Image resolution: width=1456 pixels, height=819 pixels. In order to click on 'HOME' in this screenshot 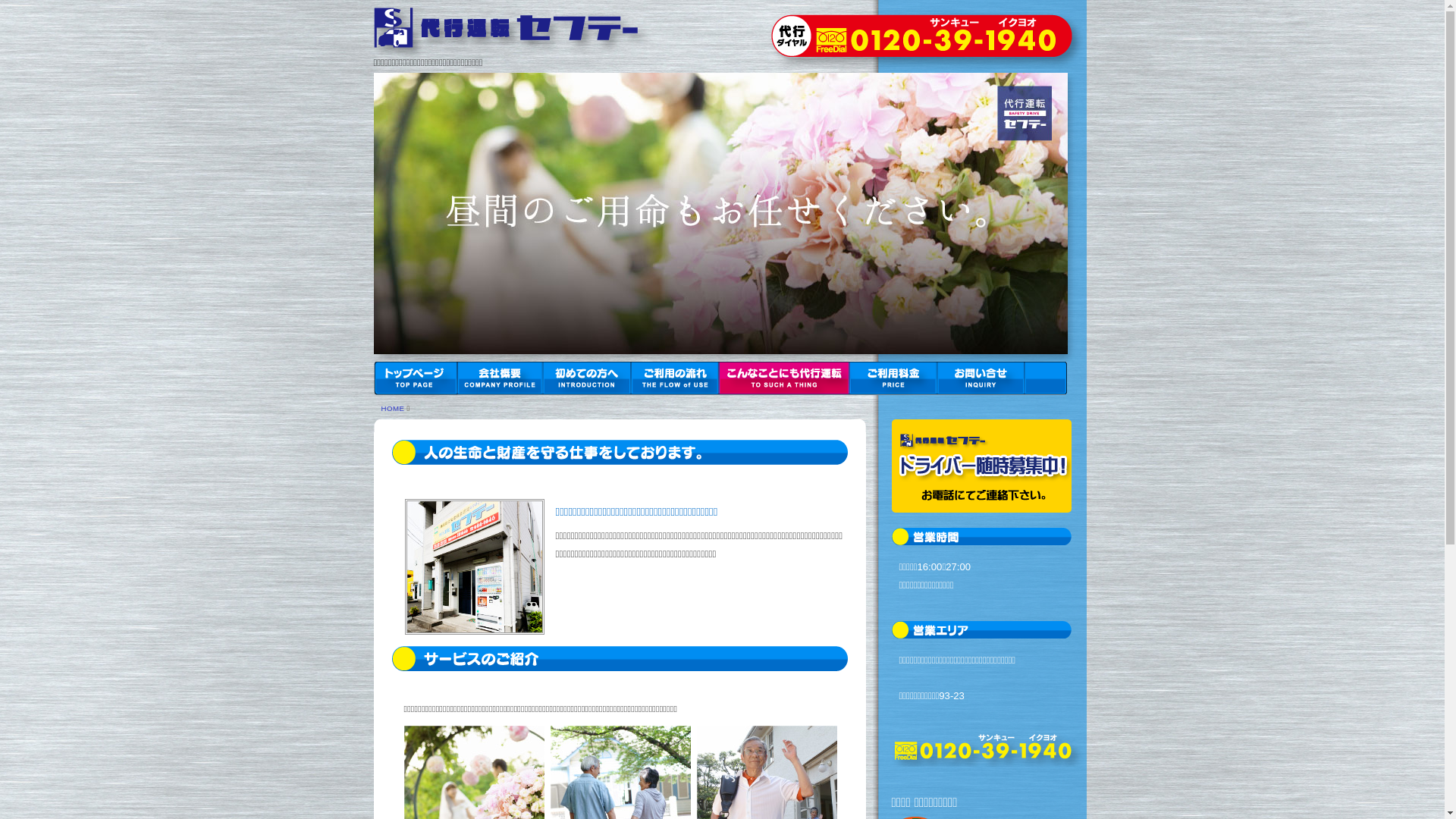, I will do `click(392, 407)`.